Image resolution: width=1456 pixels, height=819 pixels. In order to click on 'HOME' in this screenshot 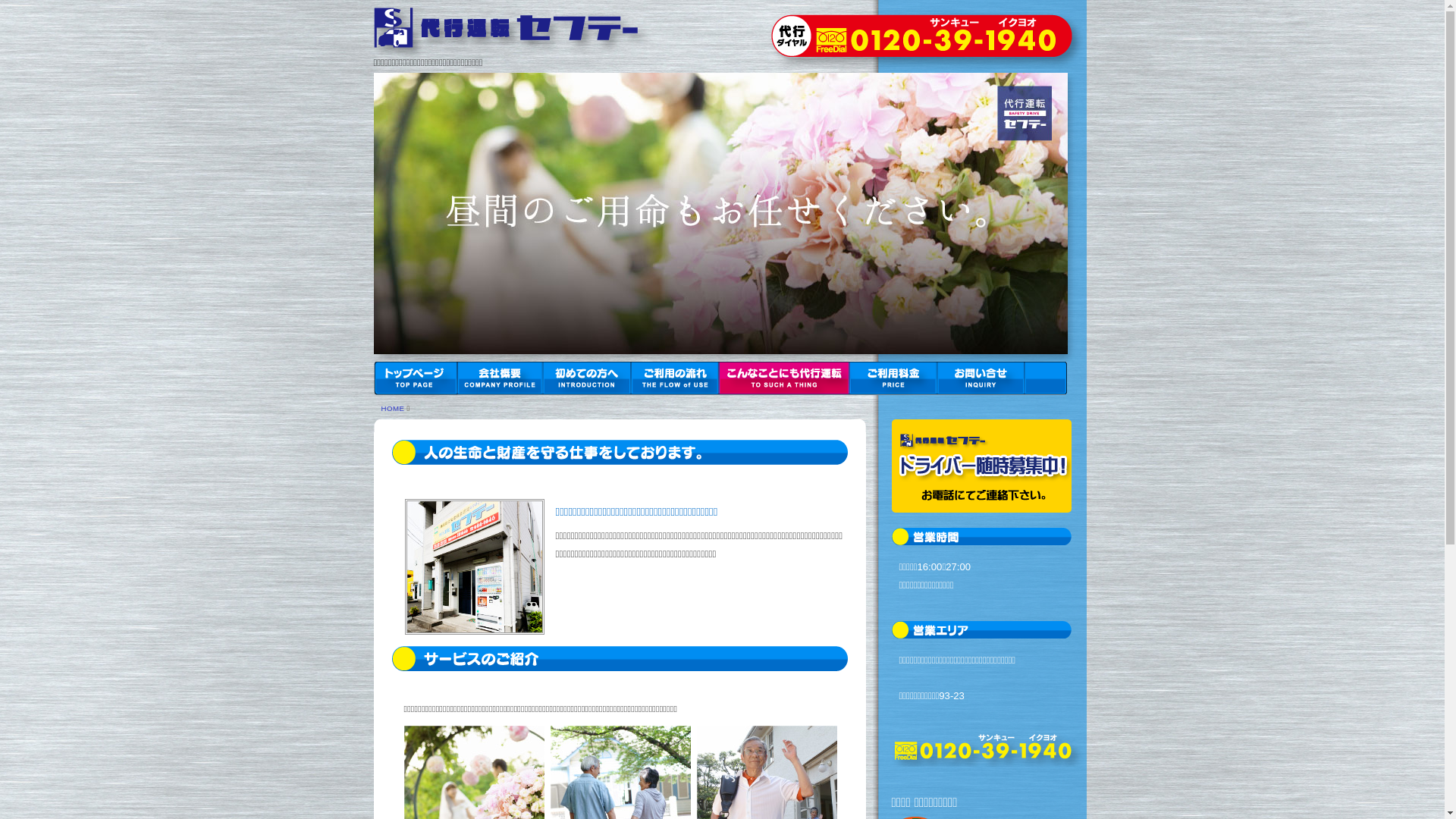, I will do `click(392, 407)`.